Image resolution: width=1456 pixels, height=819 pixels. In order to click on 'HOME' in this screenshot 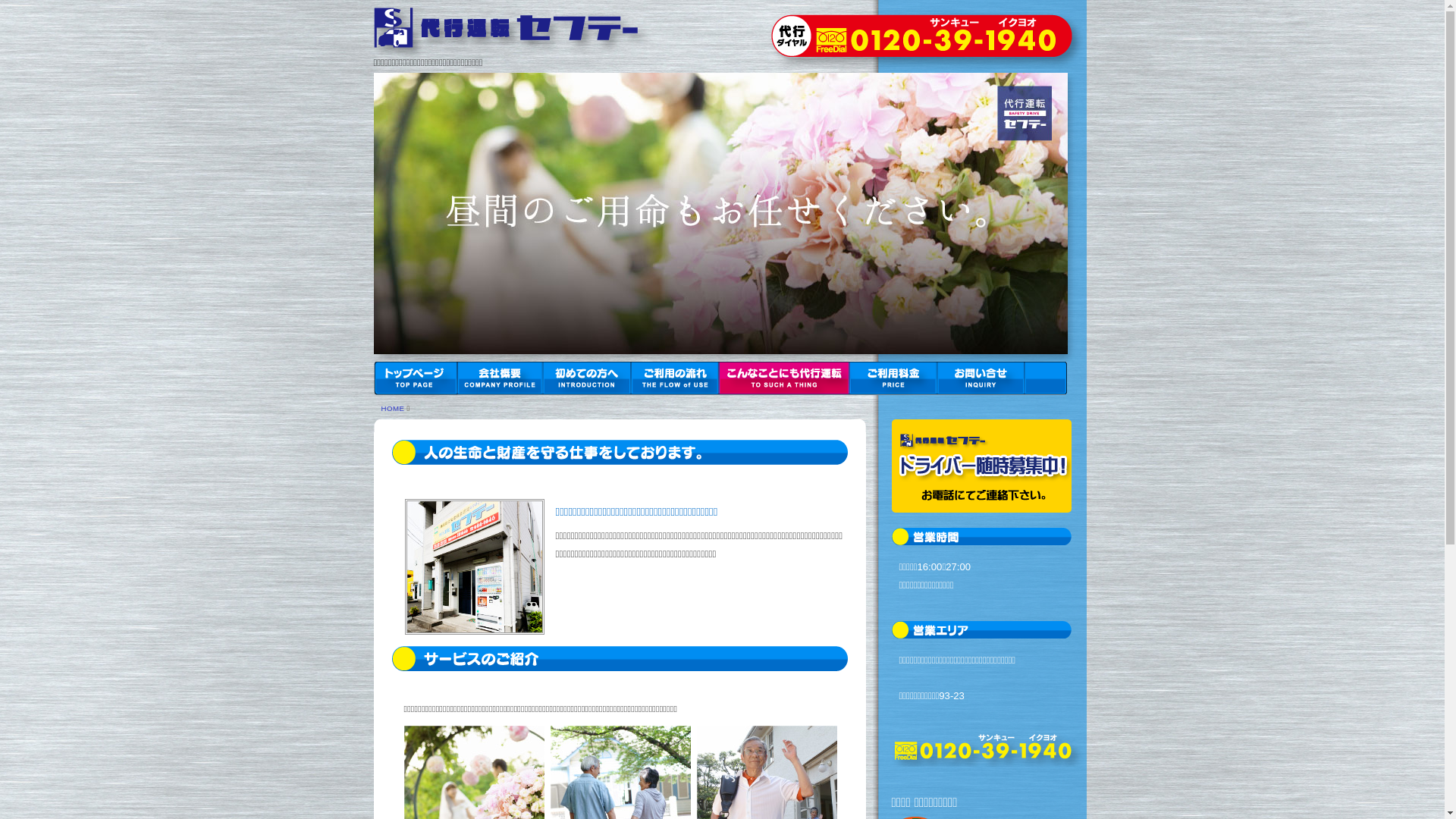, I will do `click(392, 407)`.